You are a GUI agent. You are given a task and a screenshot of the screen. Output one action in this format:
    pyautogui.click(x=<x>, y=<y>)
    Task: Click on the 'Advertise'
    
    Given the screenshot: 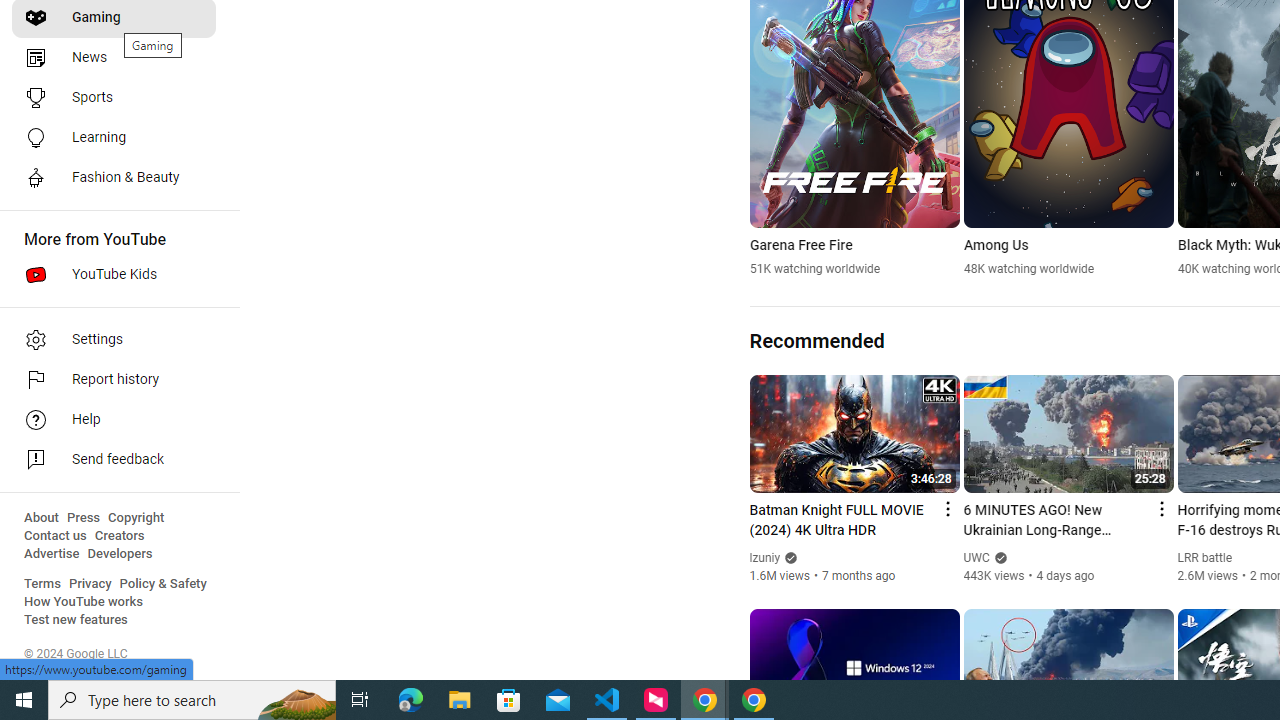 What is the action you would take?
    pyautogui.click(x=51, y=554)
    